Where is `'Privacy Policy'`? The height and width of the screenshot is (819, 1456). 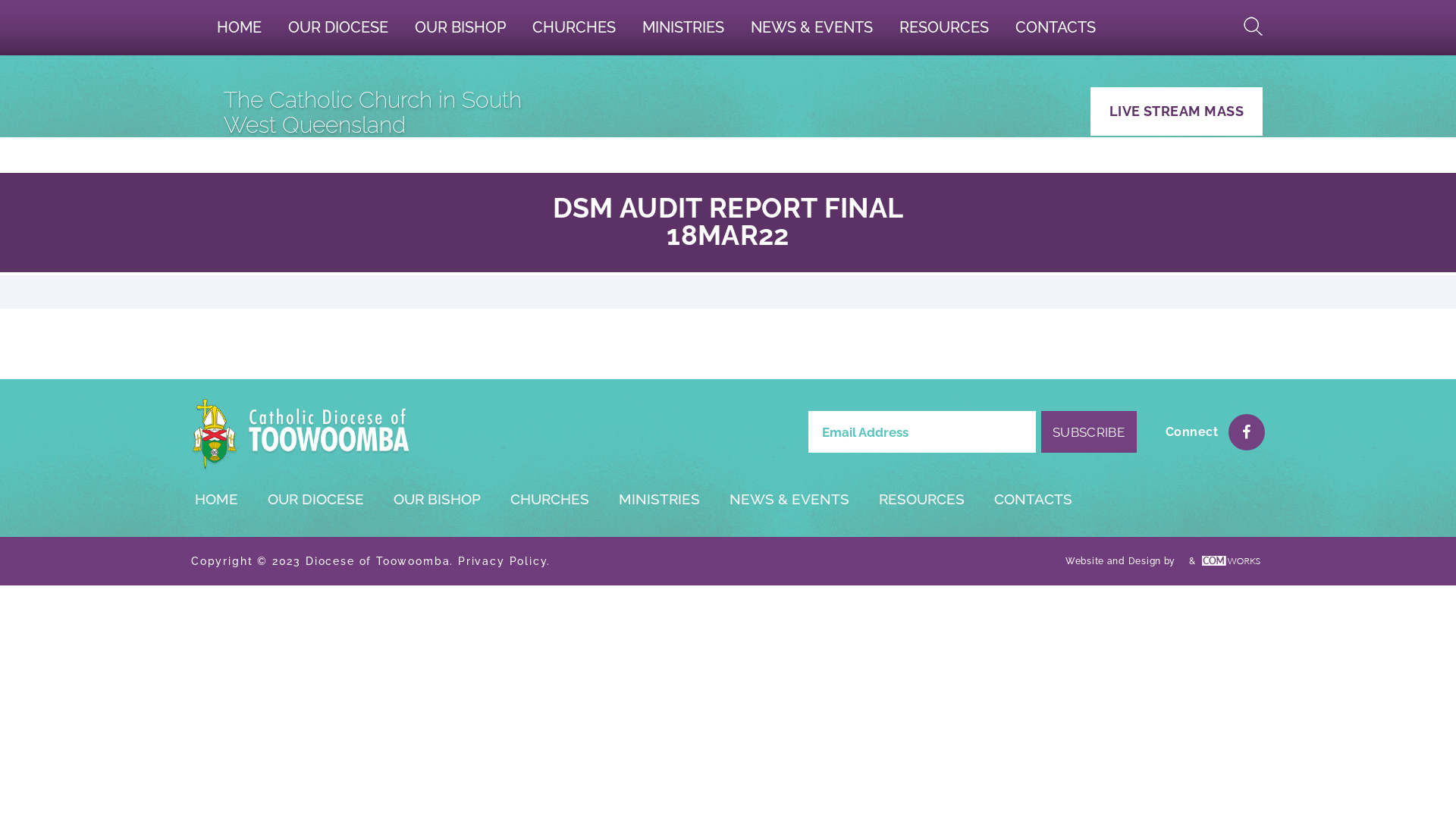 'Privacy Policy' is located at coordinates (502, 561).